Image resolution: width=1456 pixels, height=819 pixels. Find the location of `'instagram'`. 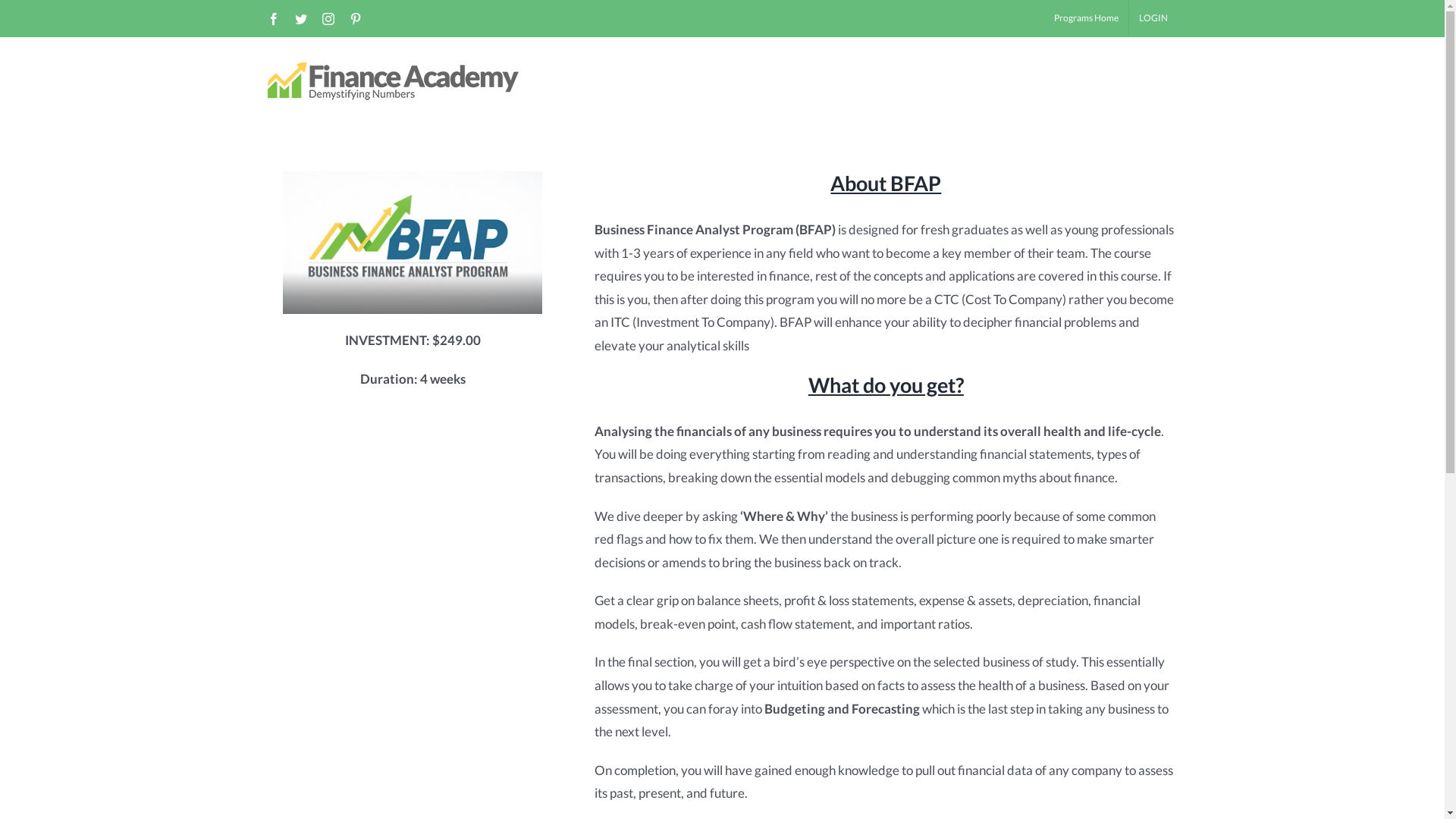

'instagram' is located at coordinates (327, 17).